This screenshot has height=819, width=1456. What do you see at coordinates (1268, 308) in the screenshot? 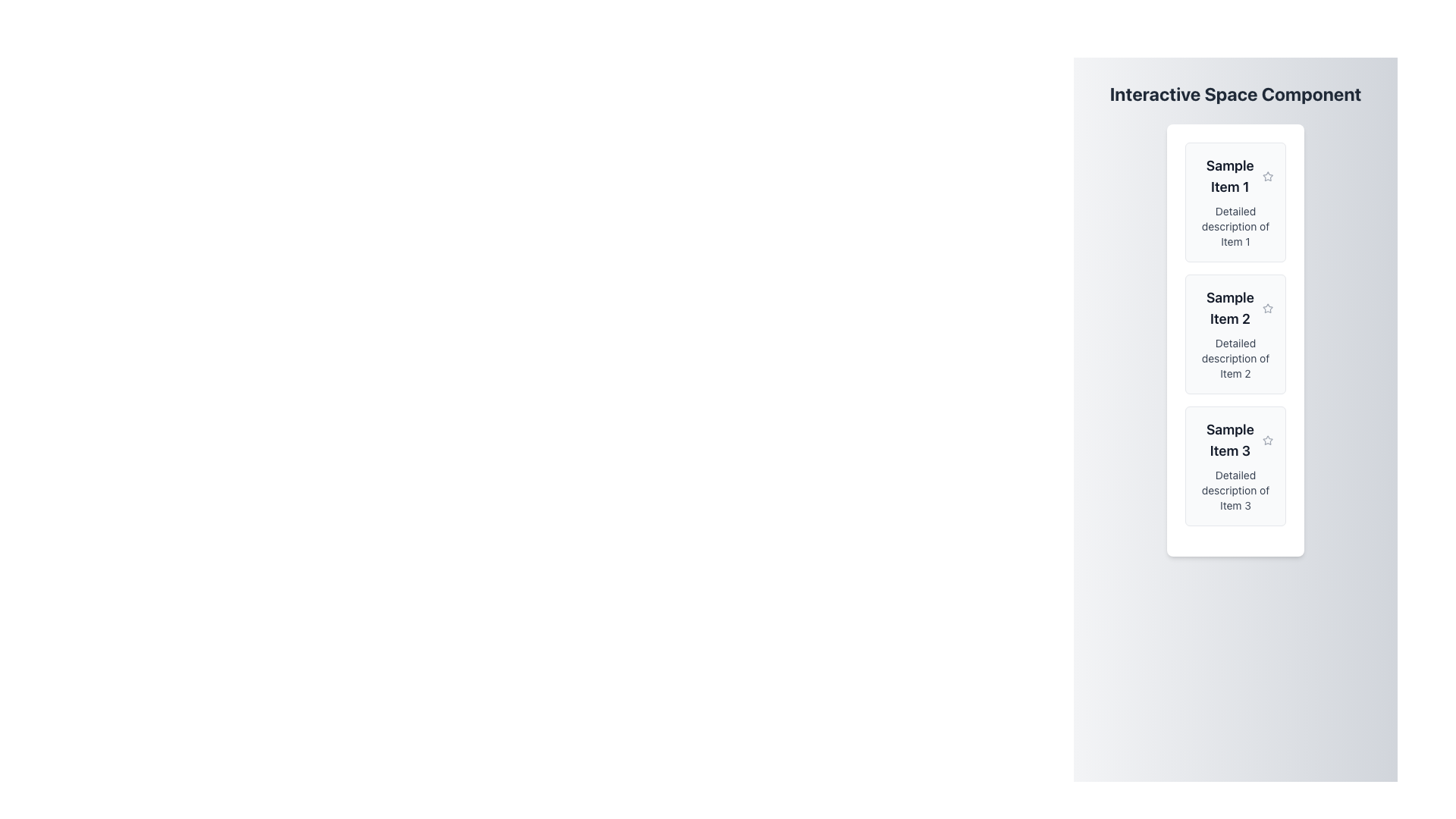
I see `the star icon located at the top-right corner of the card for 'Sample Item 2'` at bounding box center [1268, 308].